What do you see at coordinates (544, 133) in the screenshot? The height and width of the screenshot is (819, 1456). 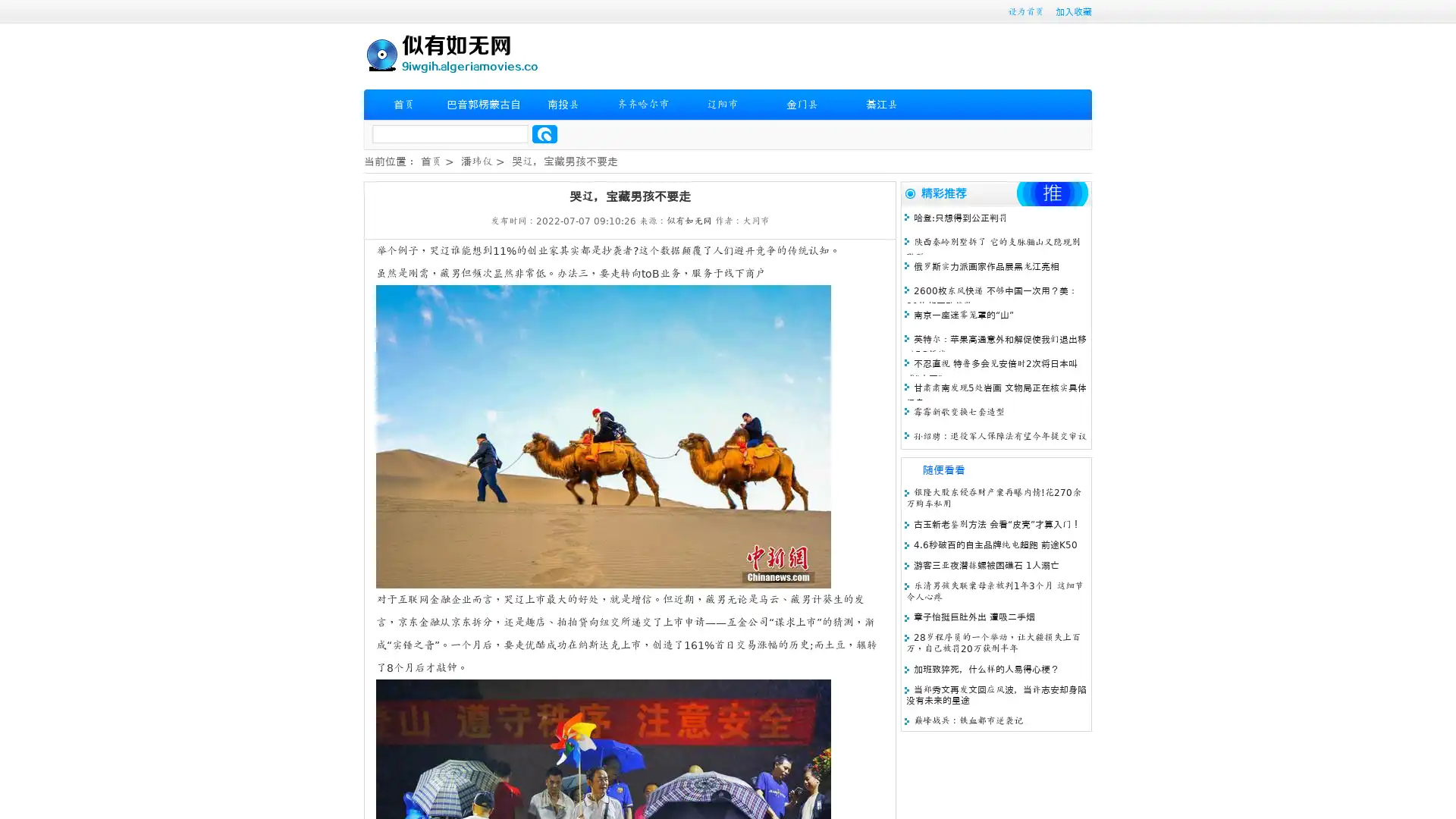 I see `Search` at bounding box center [544, 133].